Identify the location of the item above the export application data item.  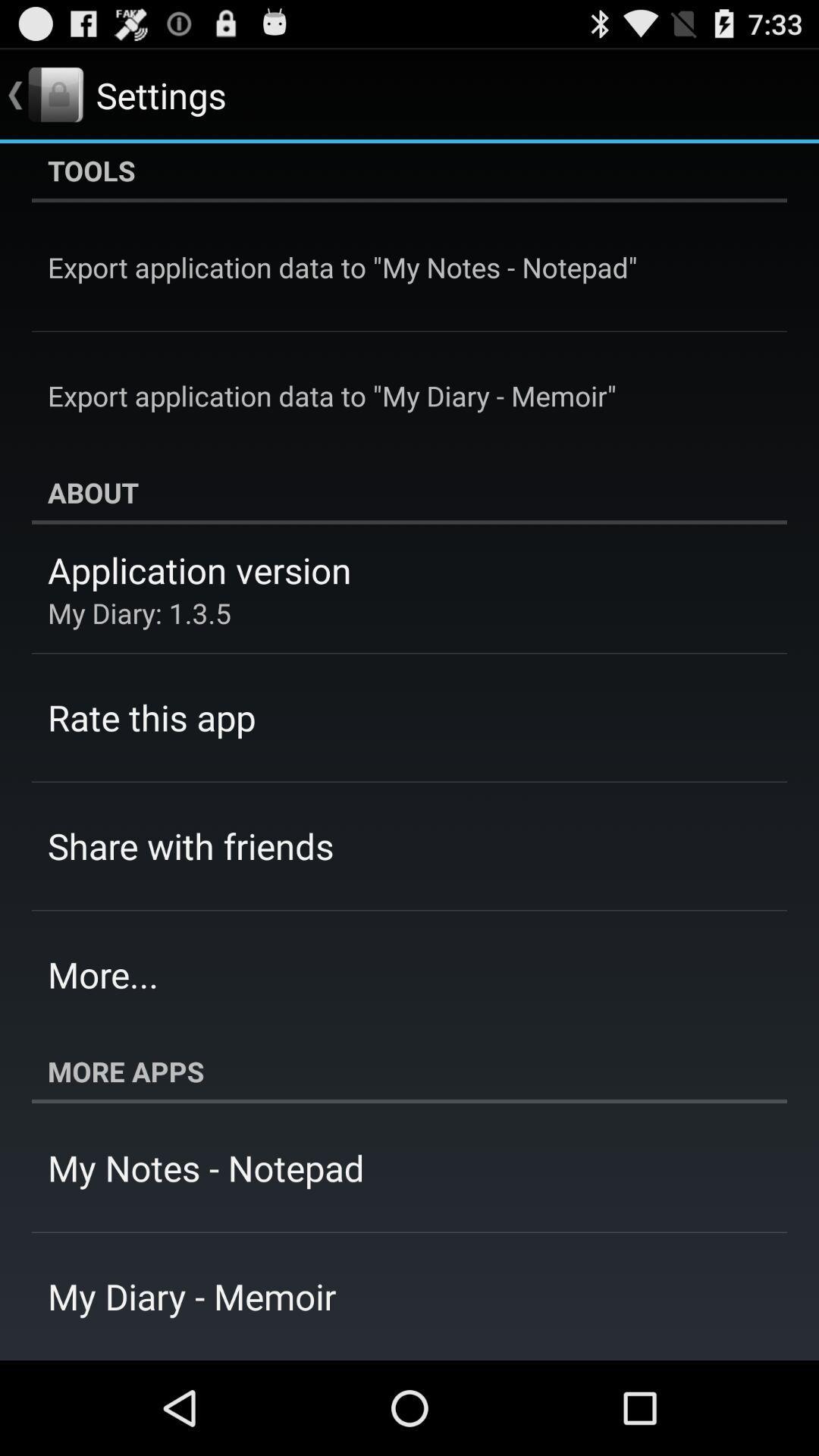
(409, 172).